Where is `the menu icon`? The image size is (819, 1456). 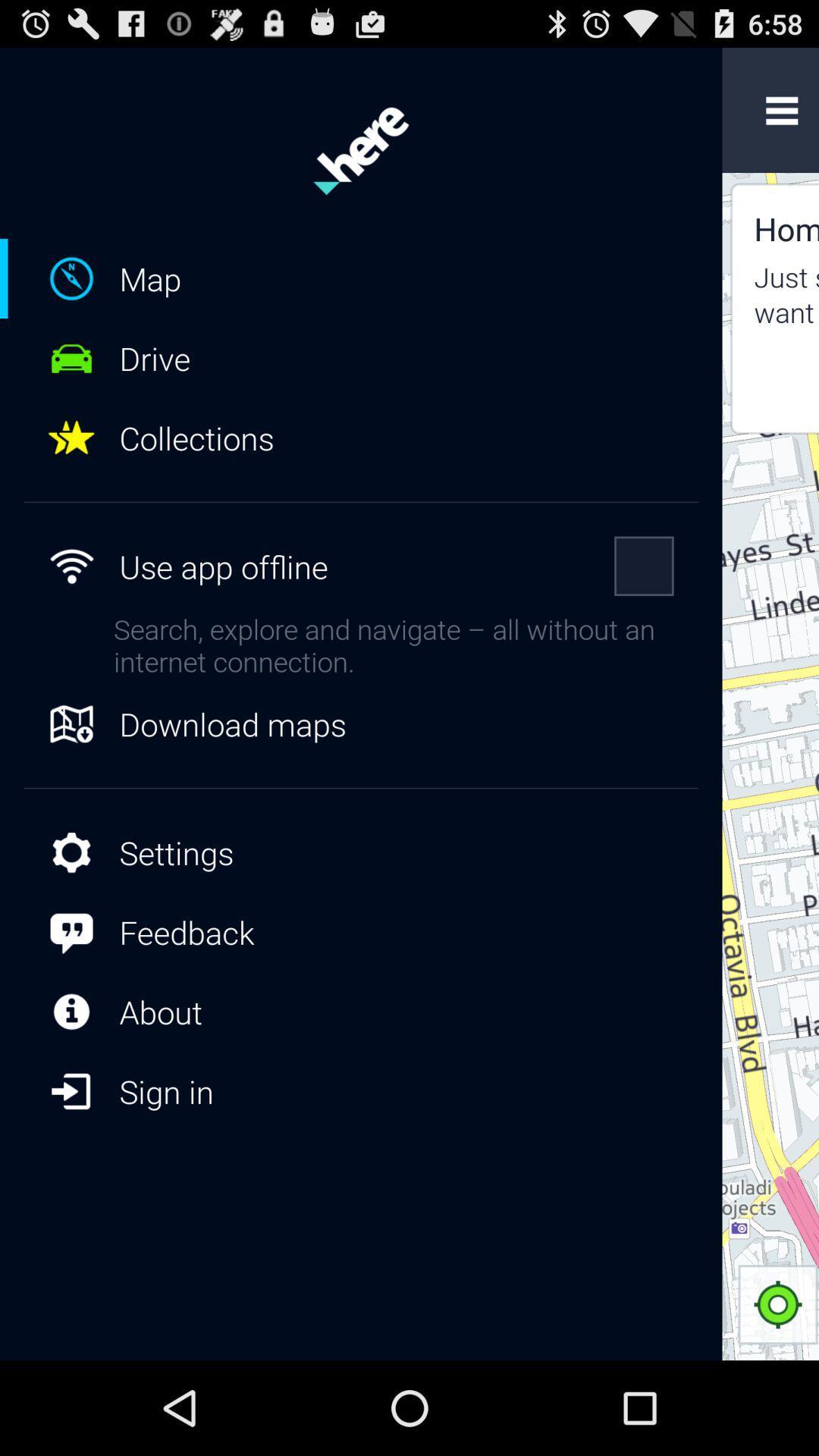 the menu icon is located at coordinates (782, 117).